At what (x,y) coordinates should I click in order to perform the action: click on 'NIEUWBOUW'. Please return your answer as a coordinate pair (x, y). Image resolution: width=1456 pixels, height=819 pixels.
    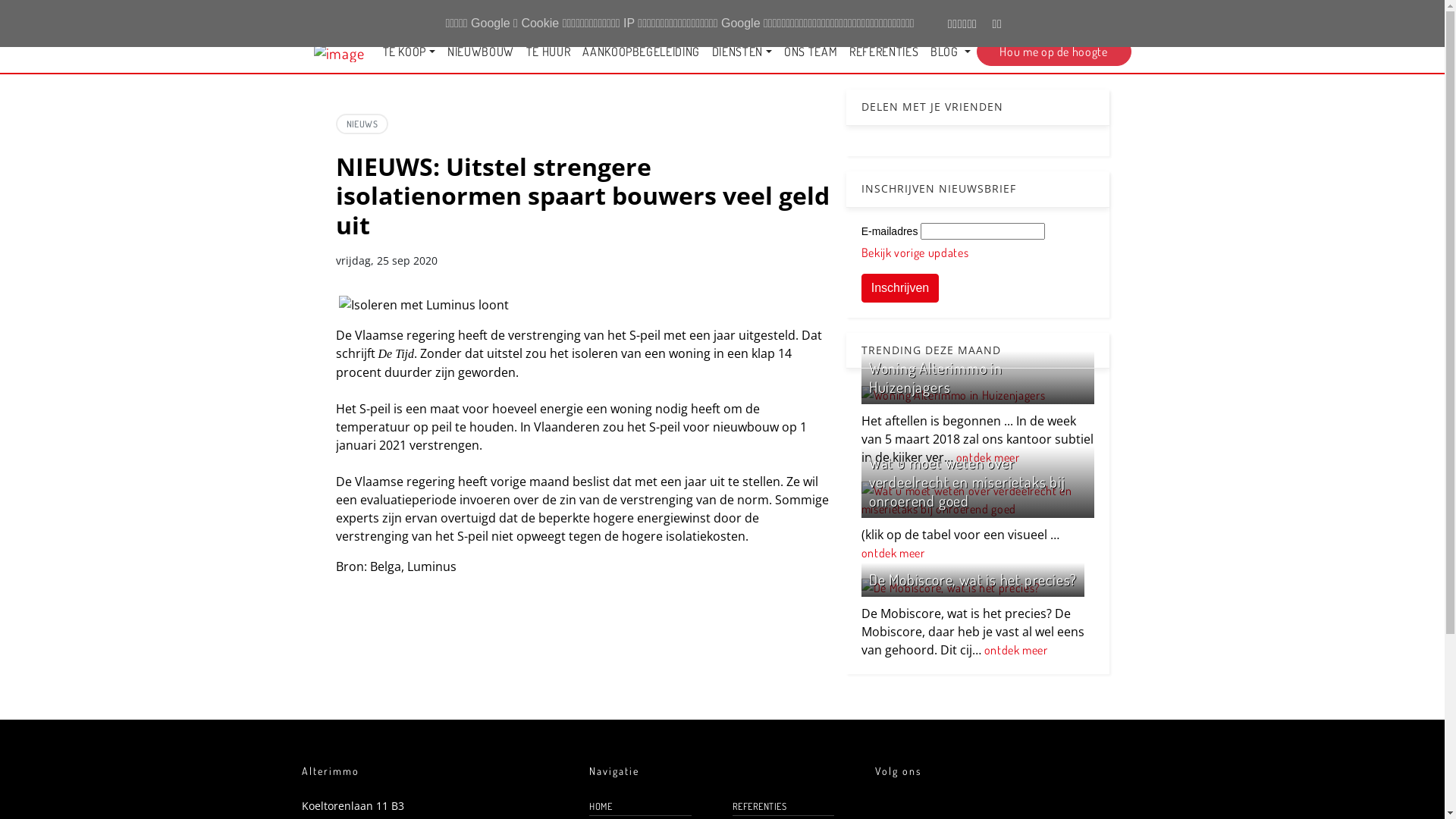
    Looking at the image, I should click on (479, 51).